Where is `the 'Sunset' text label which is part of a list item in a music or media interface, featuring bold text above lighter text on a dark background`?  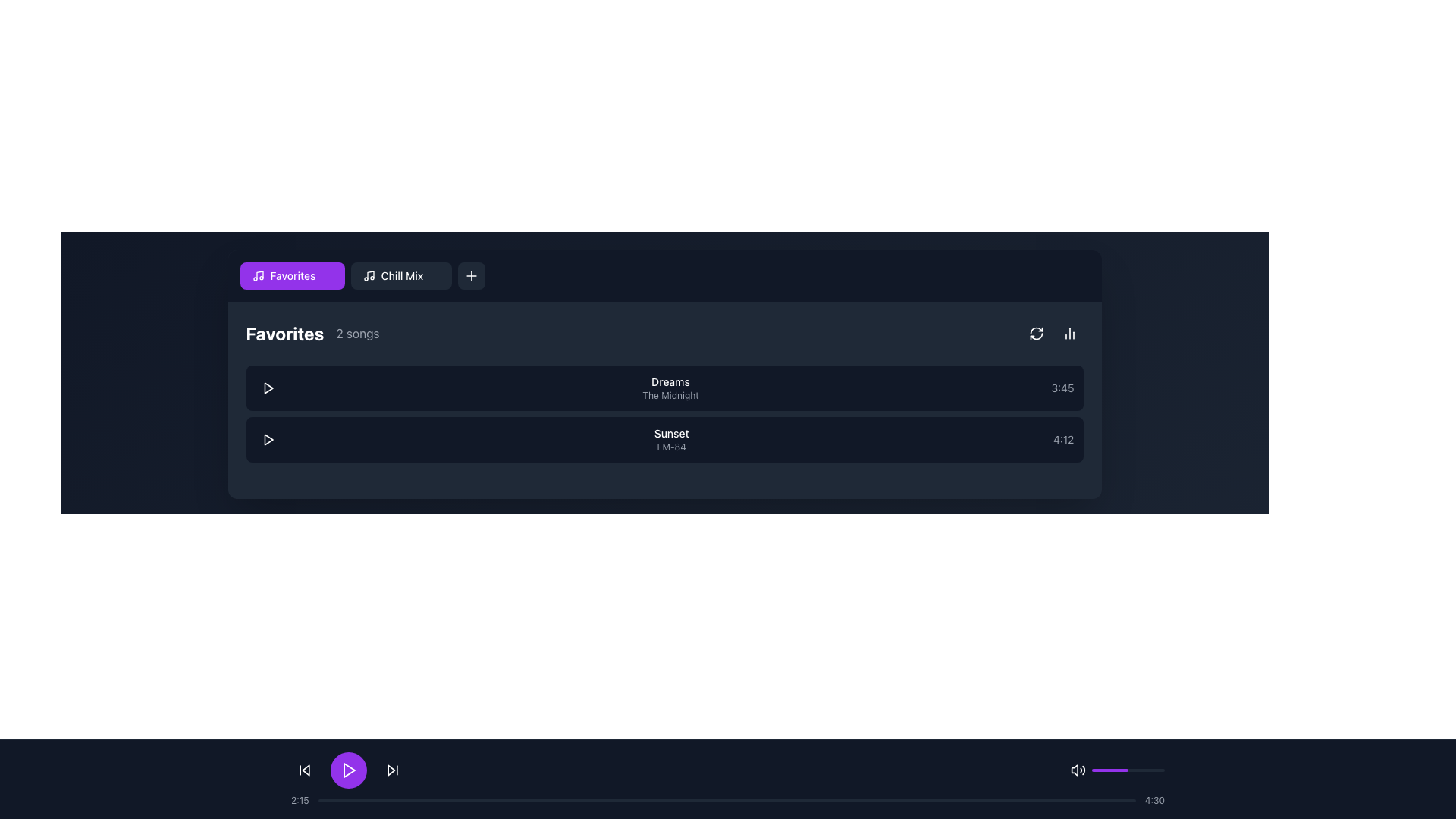 the 'Sunset' text label which is part of a list item in a music or media interface, featuring bold text above lighter text on a dark background is located at coordinates (670, 439).